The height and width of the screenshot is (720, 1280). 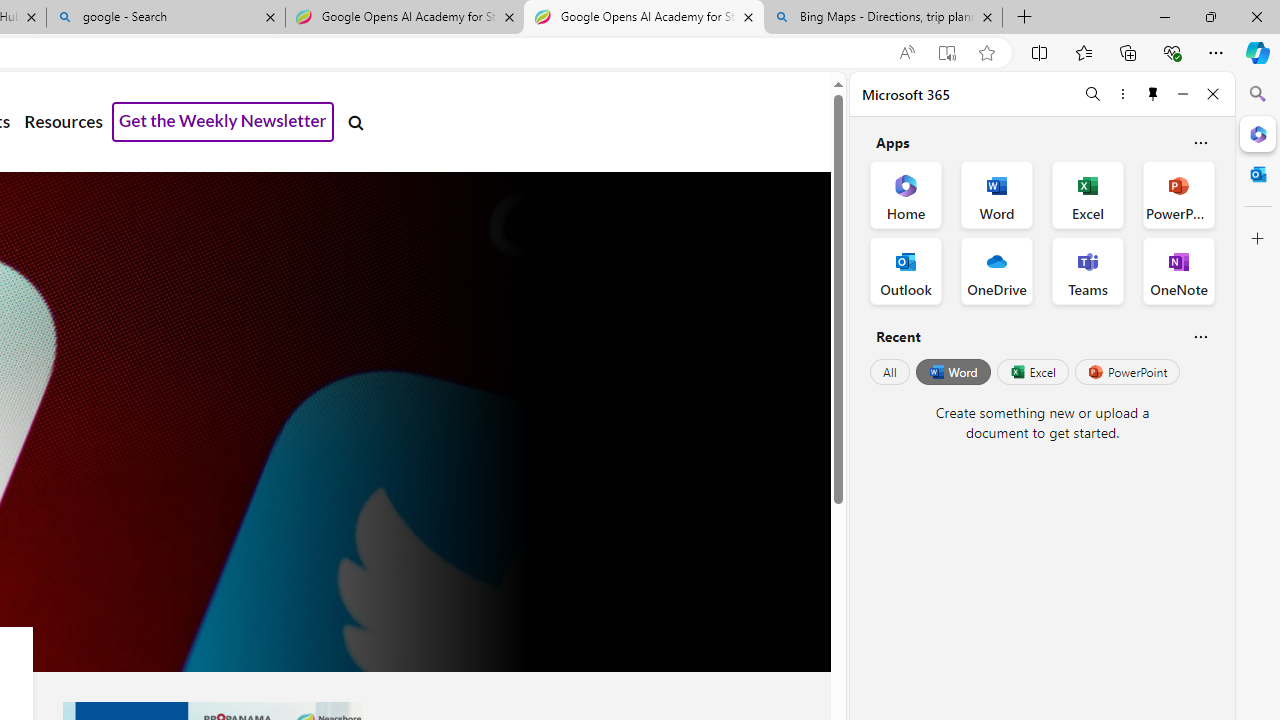 I want to click on 'Close tab', so click(x=987, y=17).